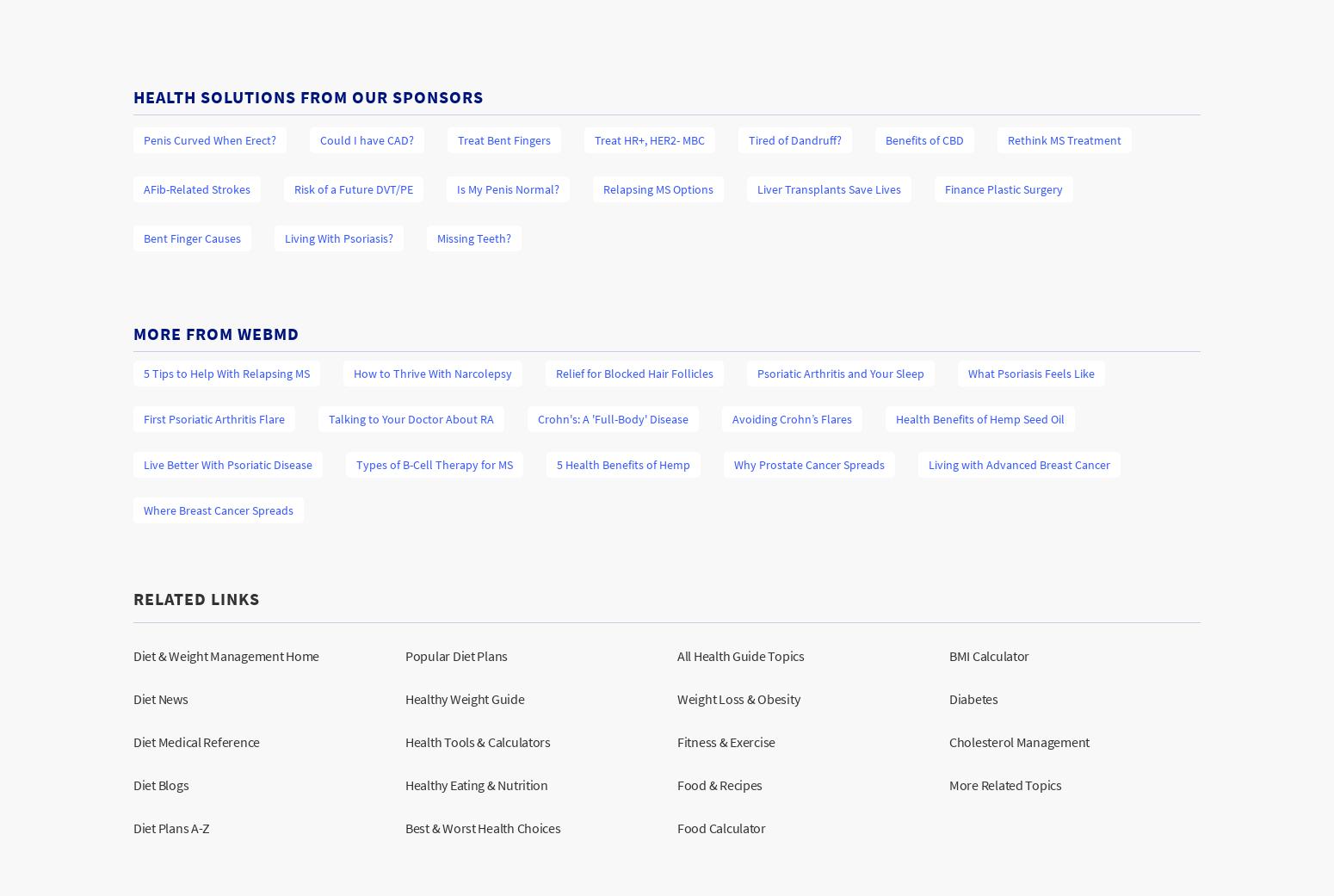 The image size is (1334, 896). Describe the element at coordinates (195, 188) in the screenshot. I see `'AFib-Related Strokes'` at that location.